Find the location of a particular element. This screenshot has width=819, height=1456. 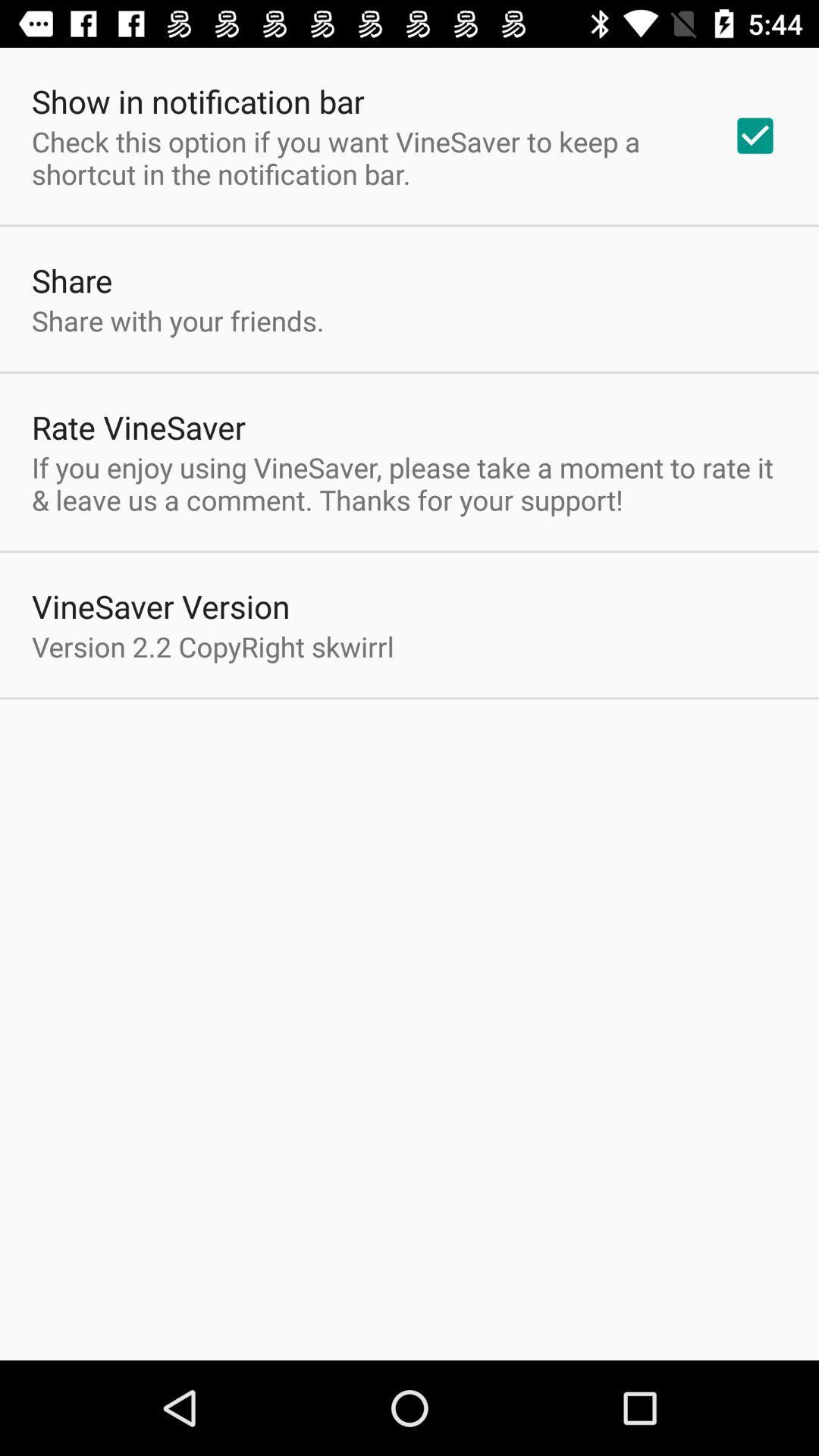

the version 2 2 icon is located at coordinates (212, 646).